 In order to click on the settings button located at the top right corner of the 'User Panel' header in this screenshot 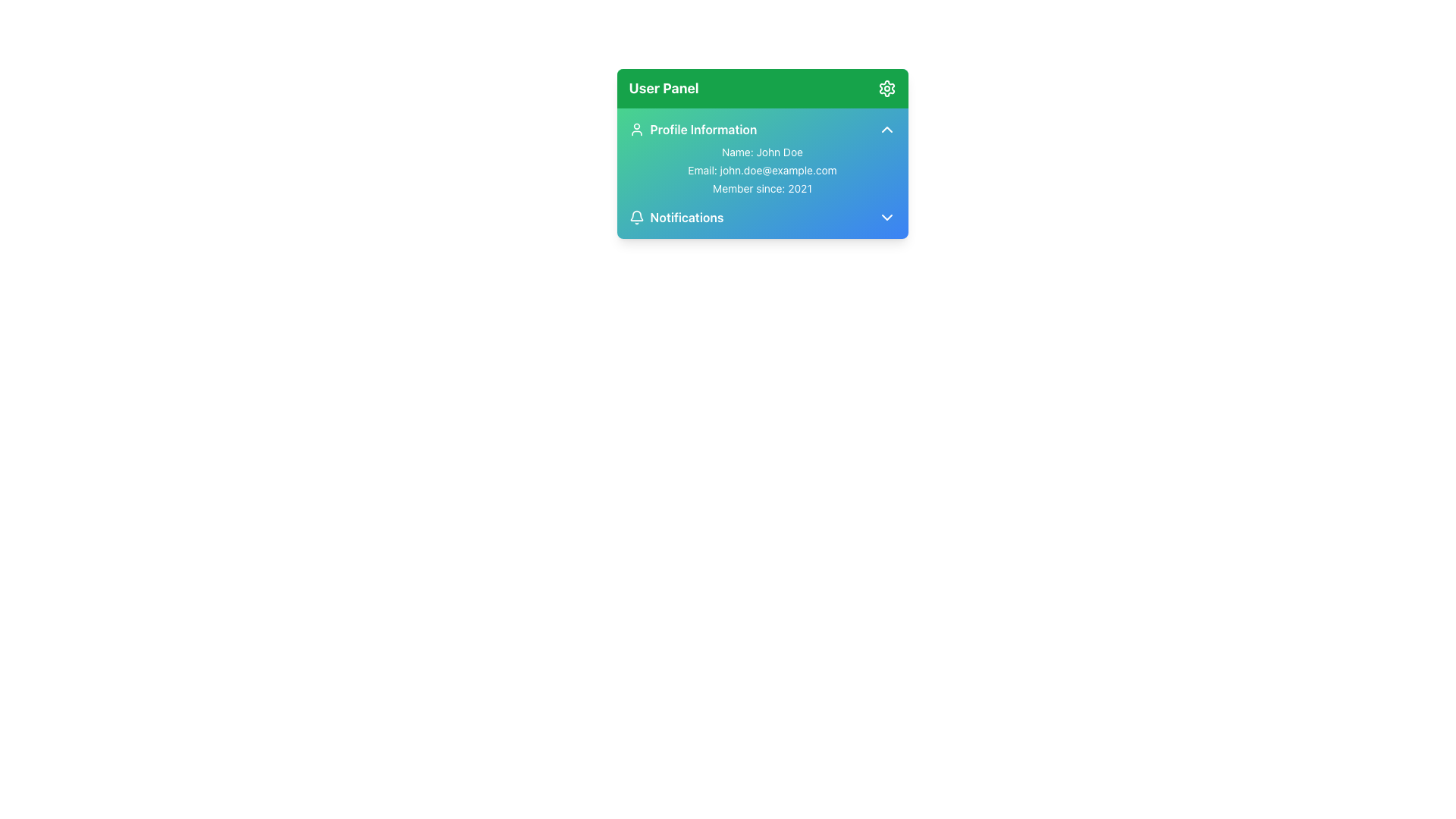, I will do `click(886, 88)`.